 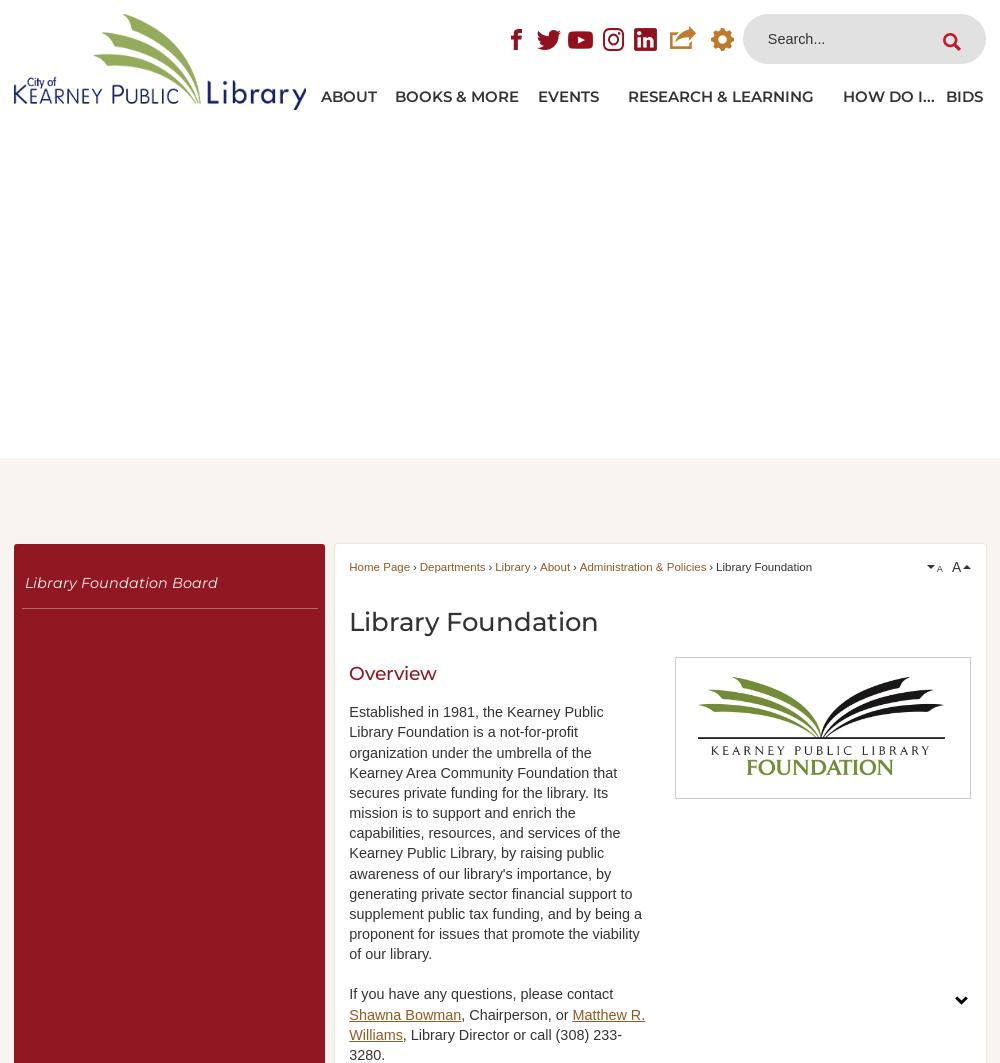 I want to click on ', Library Director or call (308) 233-3280.', so click(x=484, y=1042).